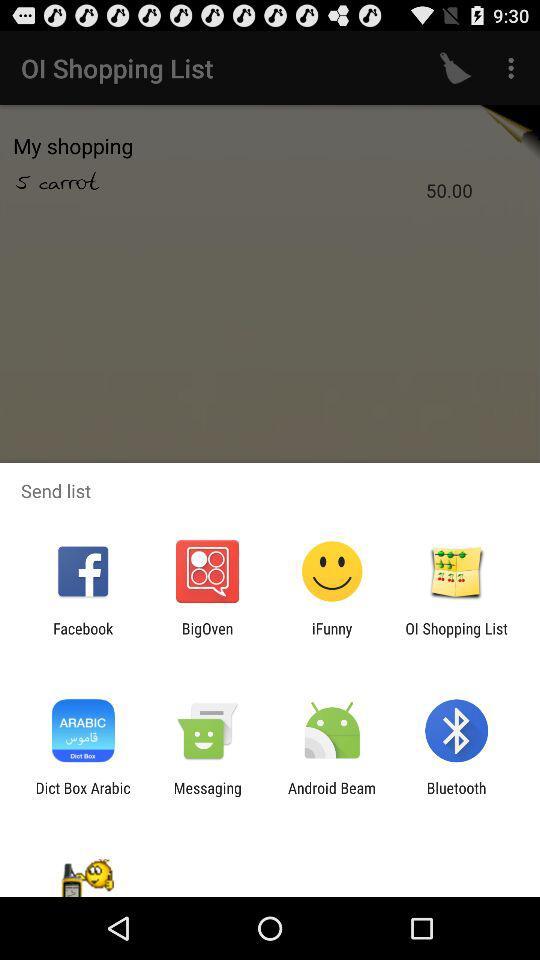 The height and width of the screenshot is (960, 540). Describe the element at coordinates (332, 636) in the screenshot. I see `icon to the left of oi shopping list icon` at that location.